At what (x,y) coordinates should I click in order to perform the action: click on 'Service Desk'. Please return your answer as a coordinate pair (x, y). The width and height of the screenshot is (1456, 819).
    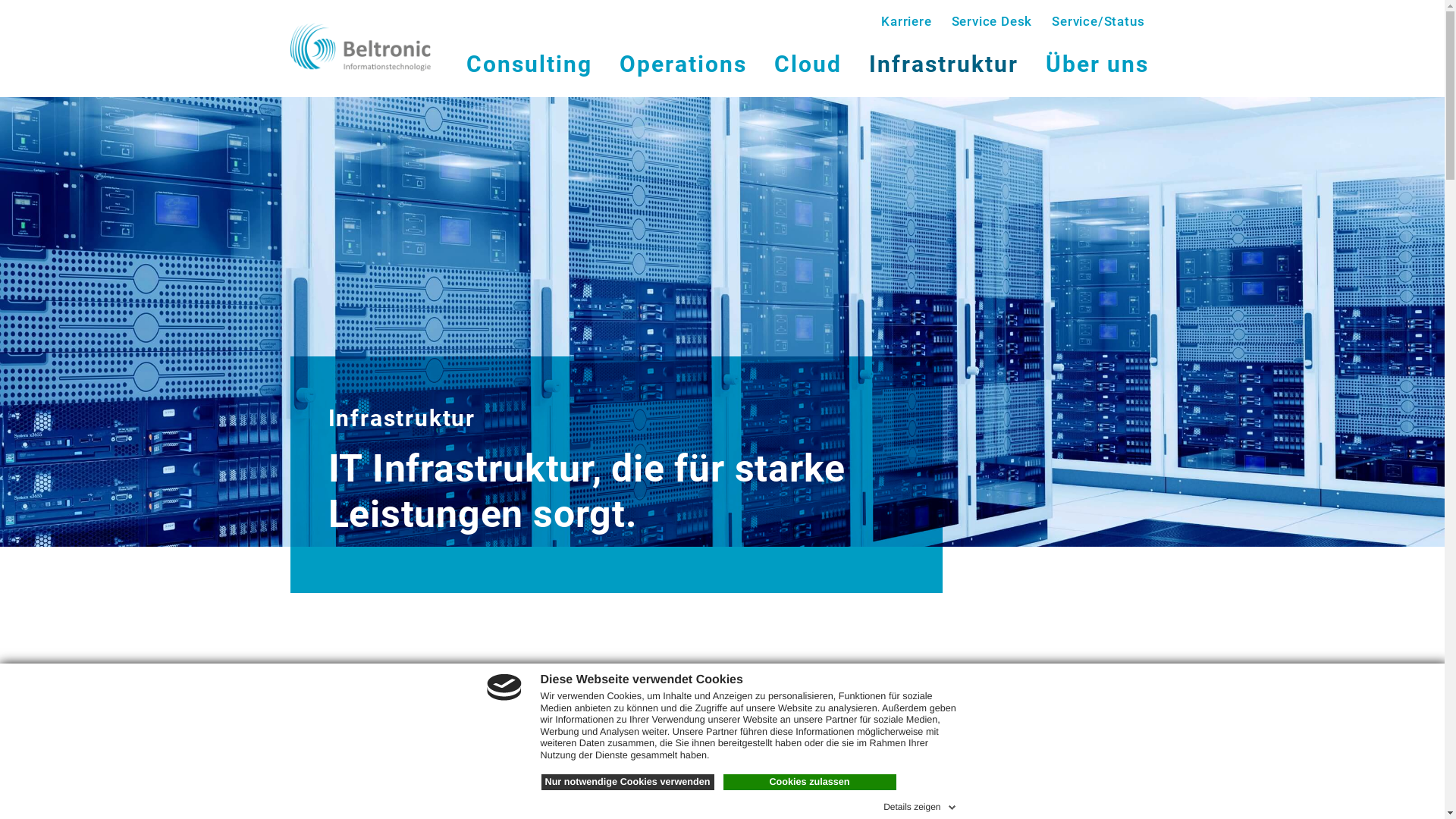
    Looking at the image, I should click on (992, 27).